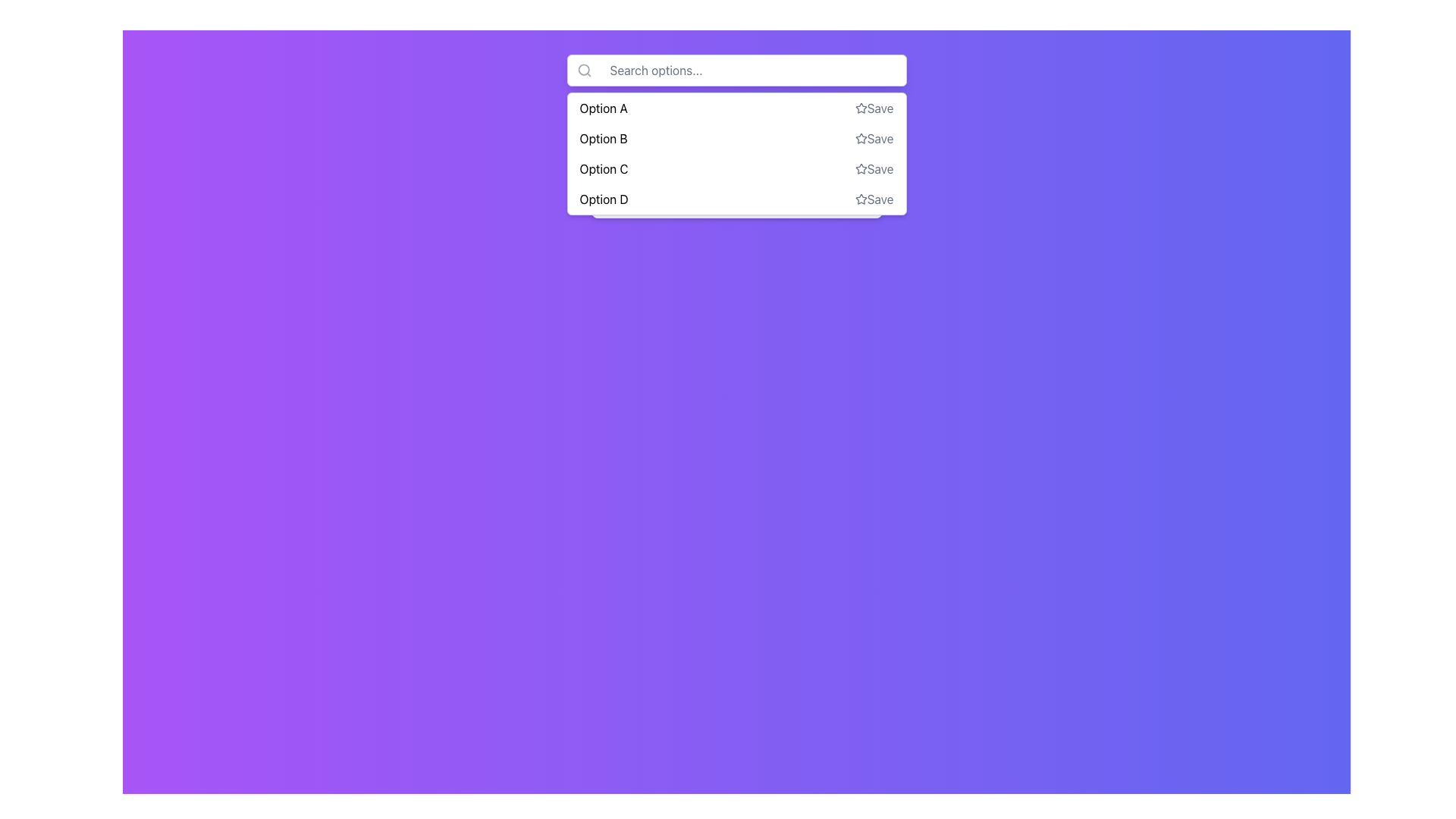 The height and width of the screenshot is (819, 1456). Describe the element at coordinates (874, 138) in the screenshot. I see `the 'Save' button, which is a light gray text label that changes to indigo on hover, located to the right of a star-shaped icon under 'Option B.'` at that location.